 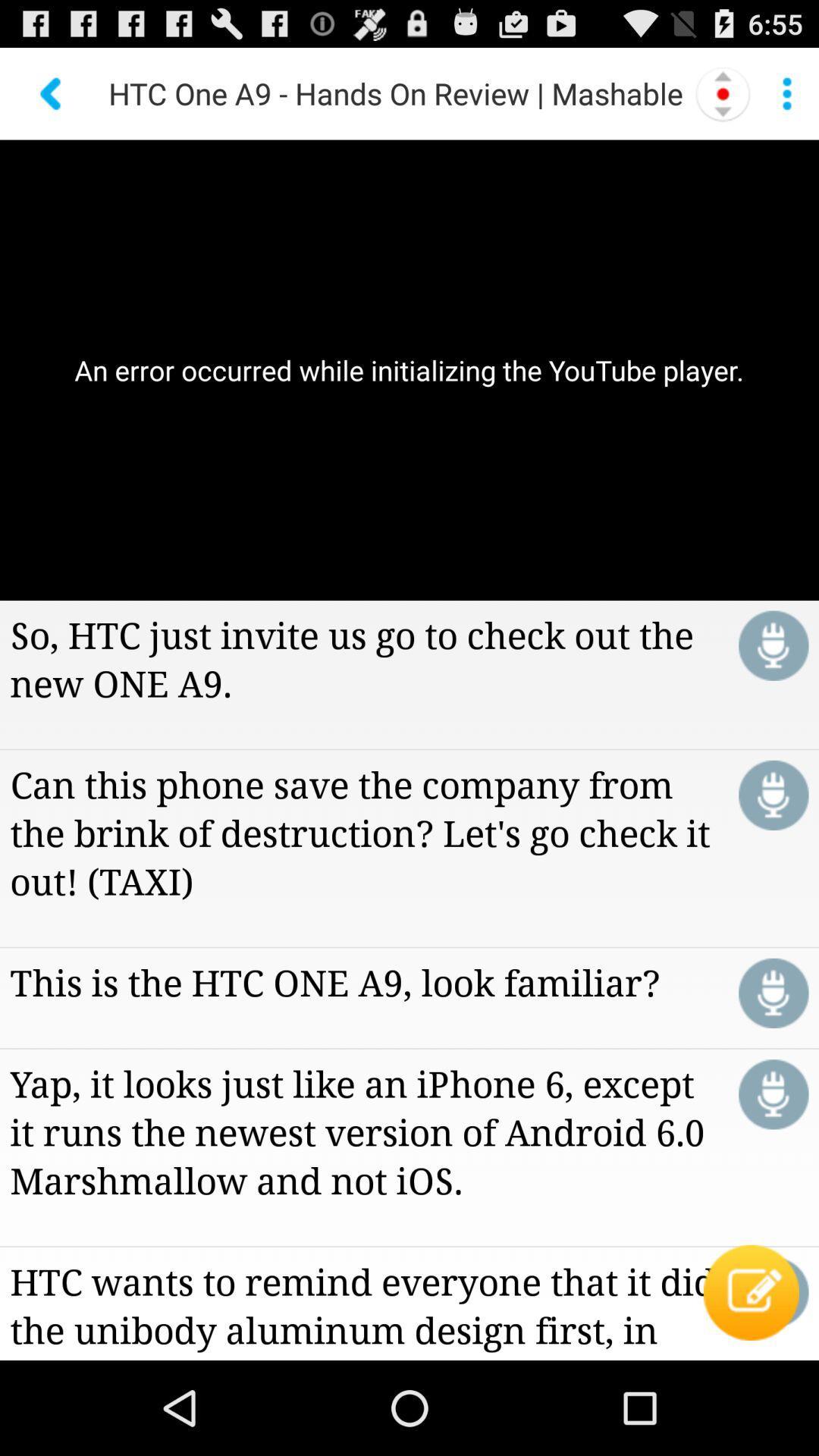 What do you see at coordinates (773, 794) in the screenshot?
I see `mic option` at bounding box center [773, 794].